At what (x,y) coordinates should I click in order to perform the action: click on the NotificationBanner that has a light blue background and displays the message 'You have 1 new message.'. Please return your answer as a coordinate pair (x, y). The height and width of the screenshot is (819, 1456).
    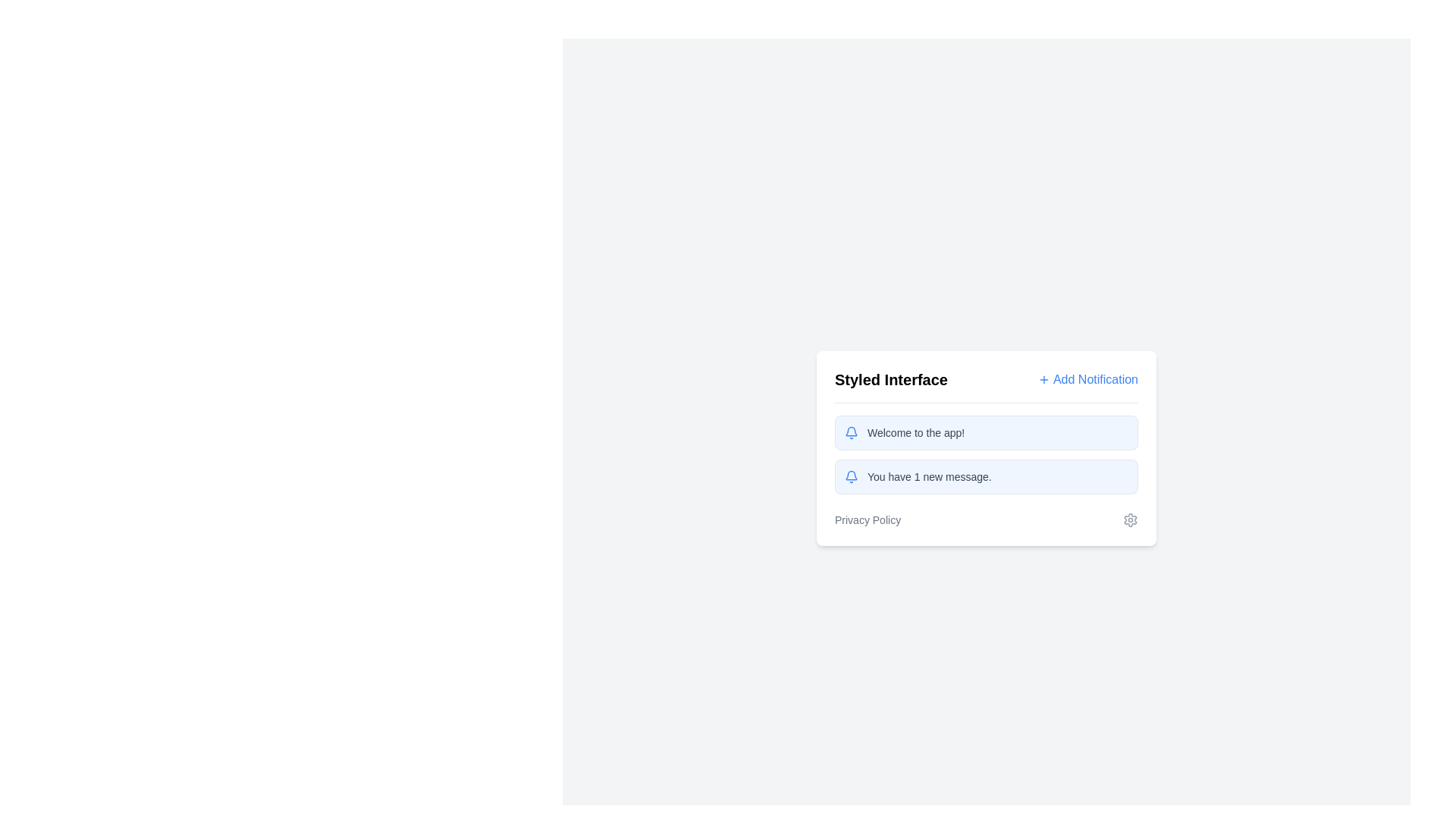
    Looking at the image, I should click on (986, 475).